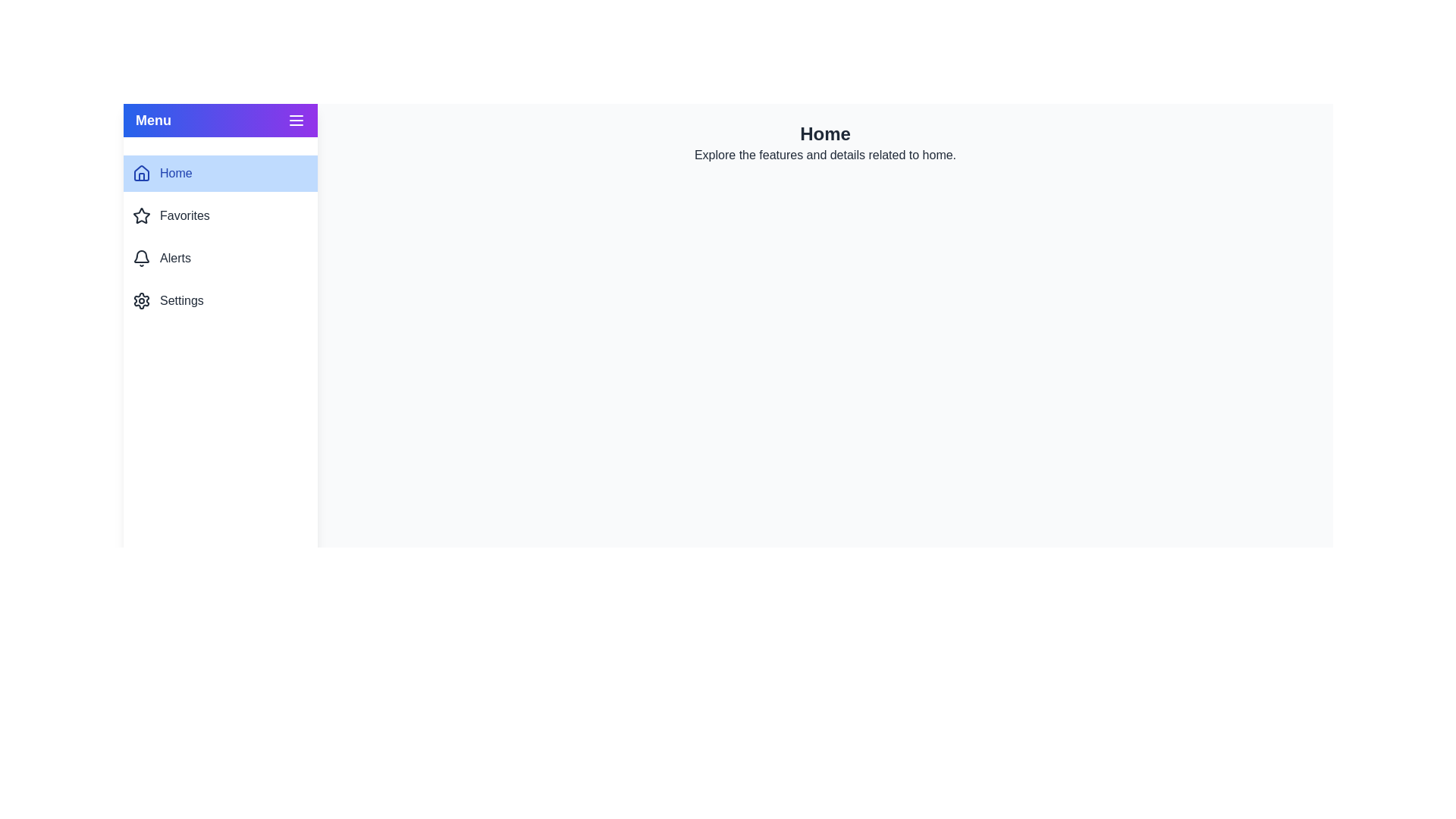 This screenshot has height=819, width=1456. What do you see at coordinates (142, 171) in the screenshot?
I see `the small house-shaped icon located in the left-hand navigation menu next to the 'Home' label, which is part of the highlighted 'Home' menu item with a blue background` at bounding box center [142, 171].